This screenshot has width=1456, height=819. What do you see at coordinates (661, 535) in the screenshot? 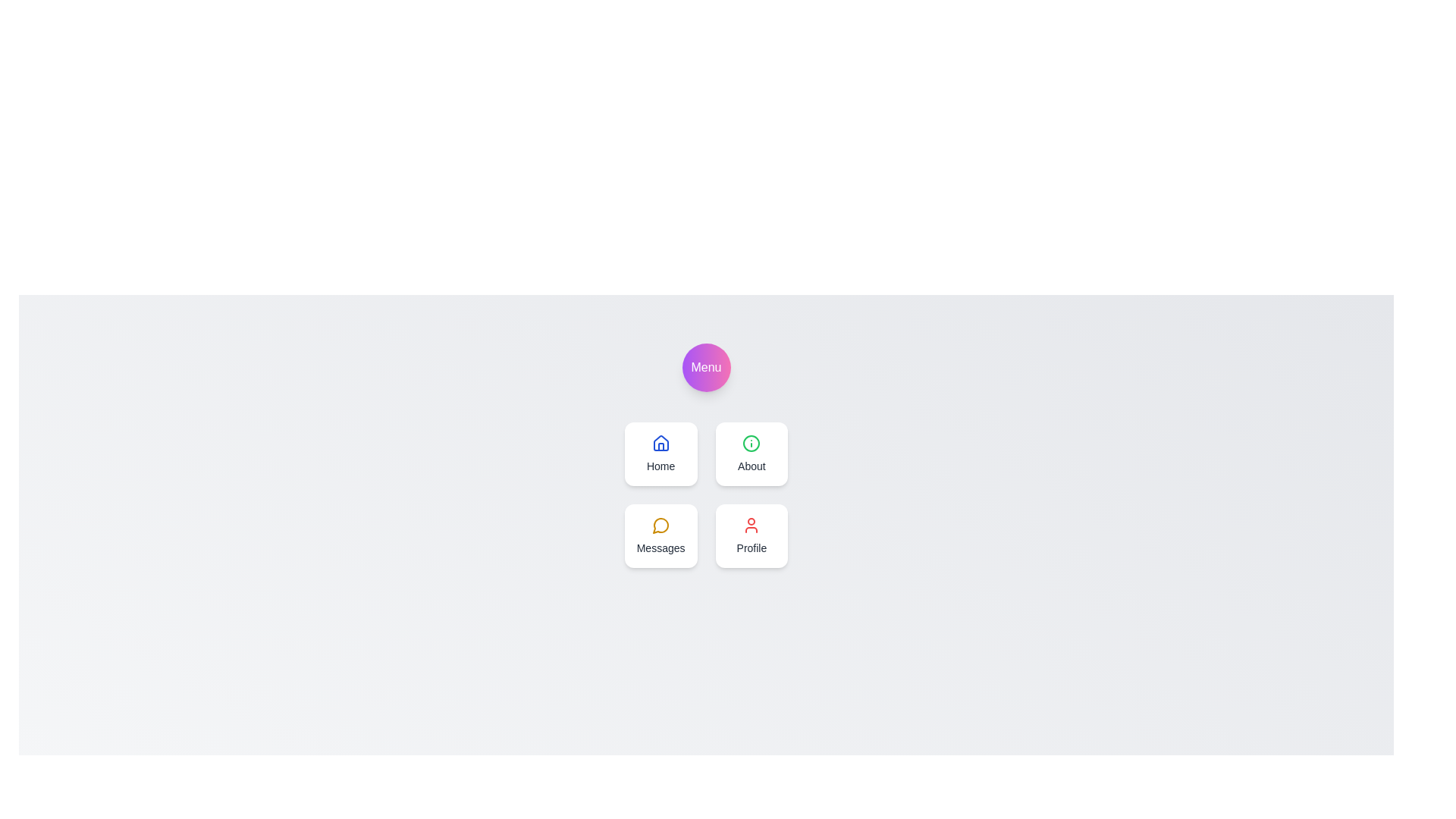
I see `the 'Messages' navigation item` at bounding box center [661, 535].